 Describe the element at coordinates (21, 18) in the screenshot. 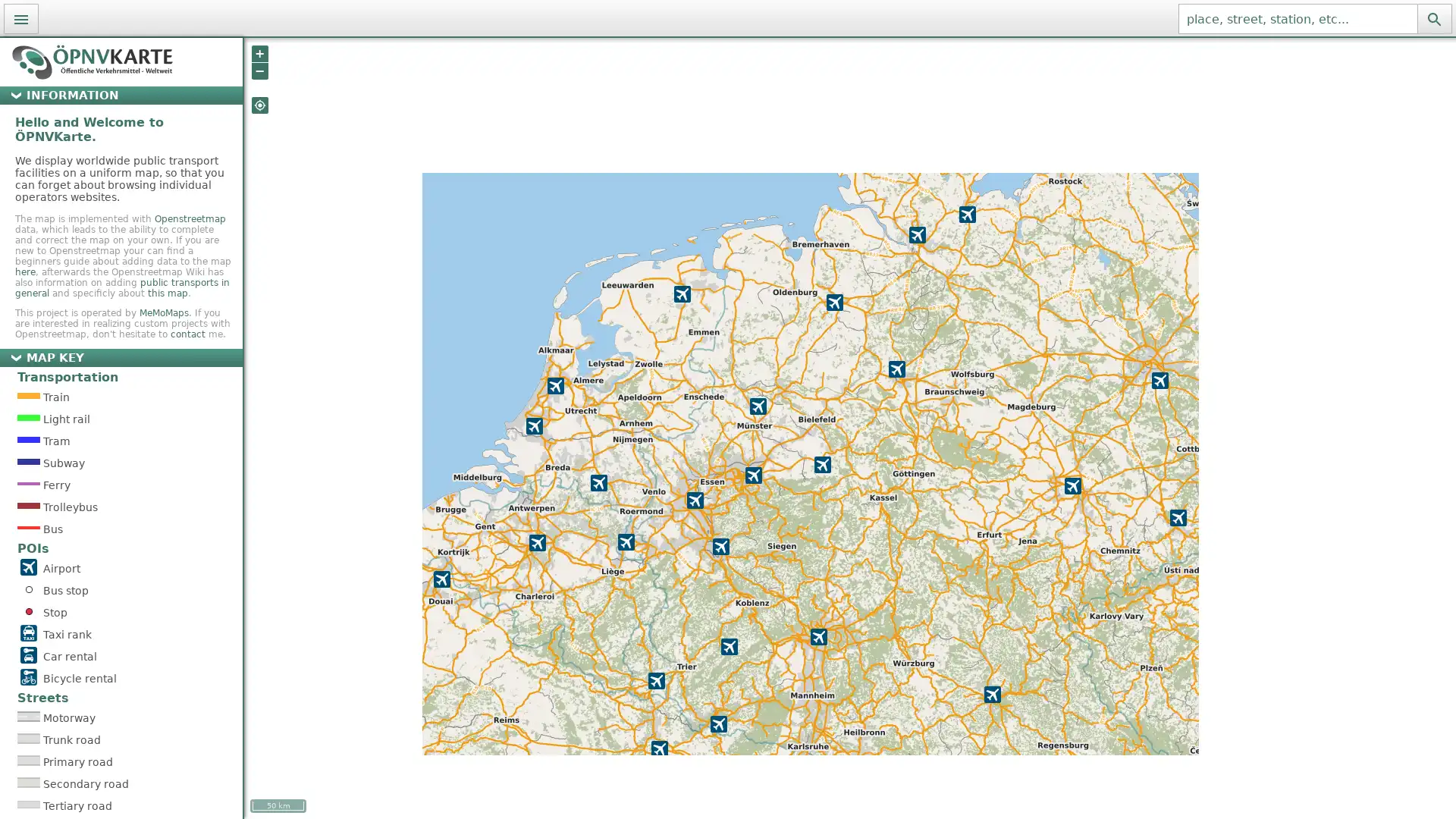

I see `Menu` at that location.